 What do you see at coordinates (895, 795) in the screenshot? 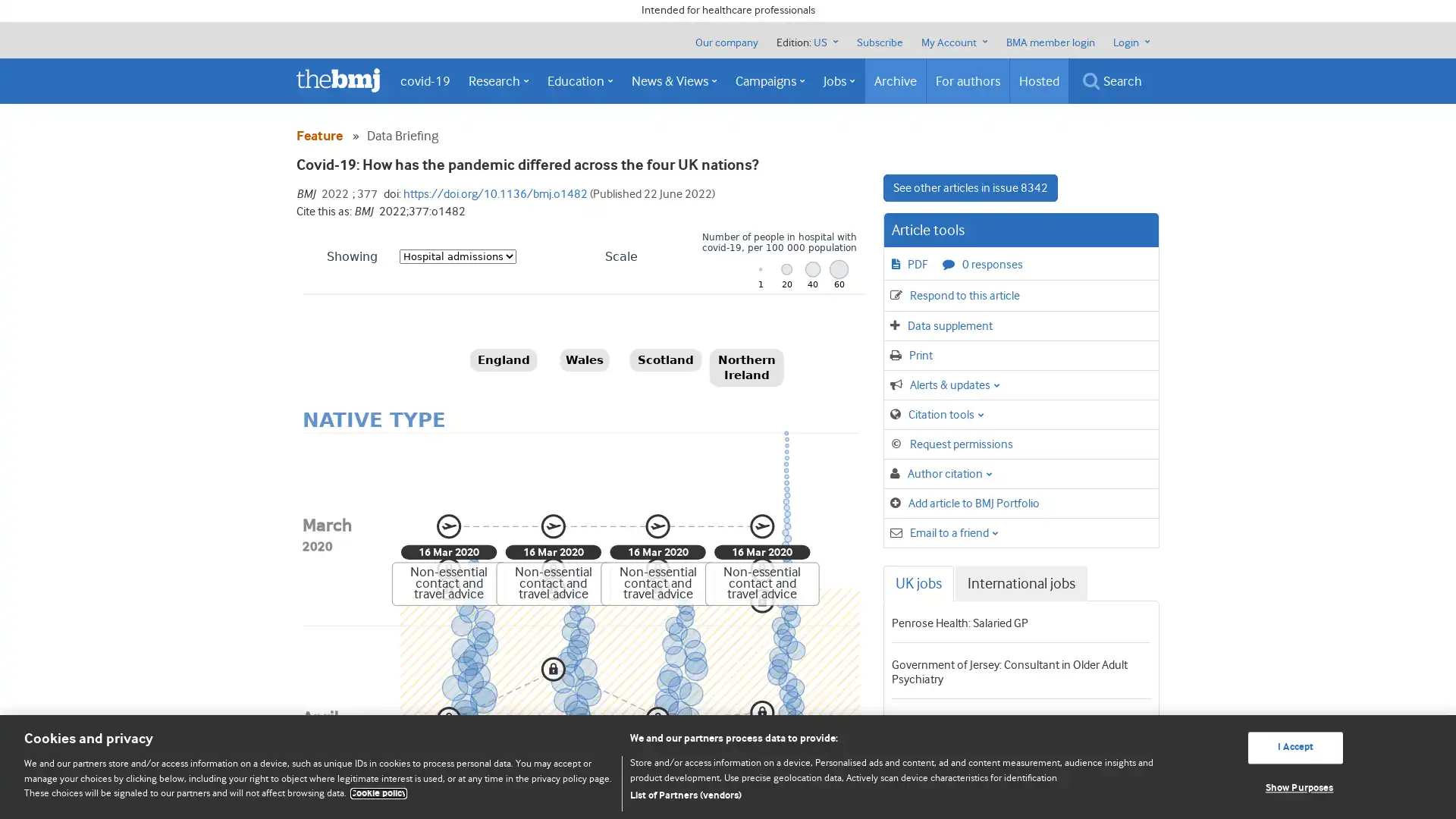
I see `List of Partners (vendors)` at bounding box center [895, 795].